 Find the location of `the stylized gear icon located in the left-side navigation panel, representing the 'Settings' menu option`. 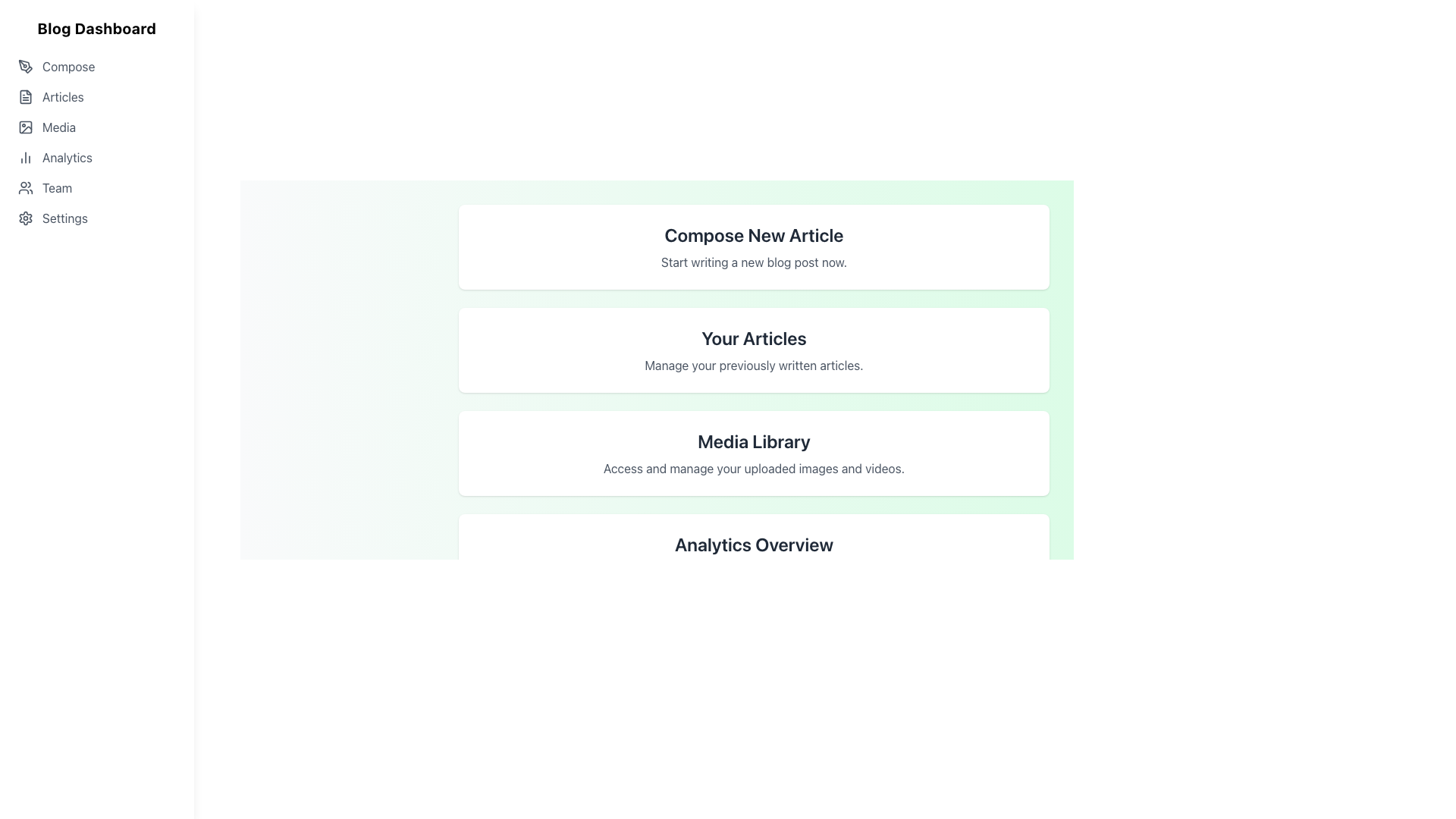

the stylized gear icon located in the left-side navigation panel, representing the 'Settings' menu option is located at coordinates (25, 218).